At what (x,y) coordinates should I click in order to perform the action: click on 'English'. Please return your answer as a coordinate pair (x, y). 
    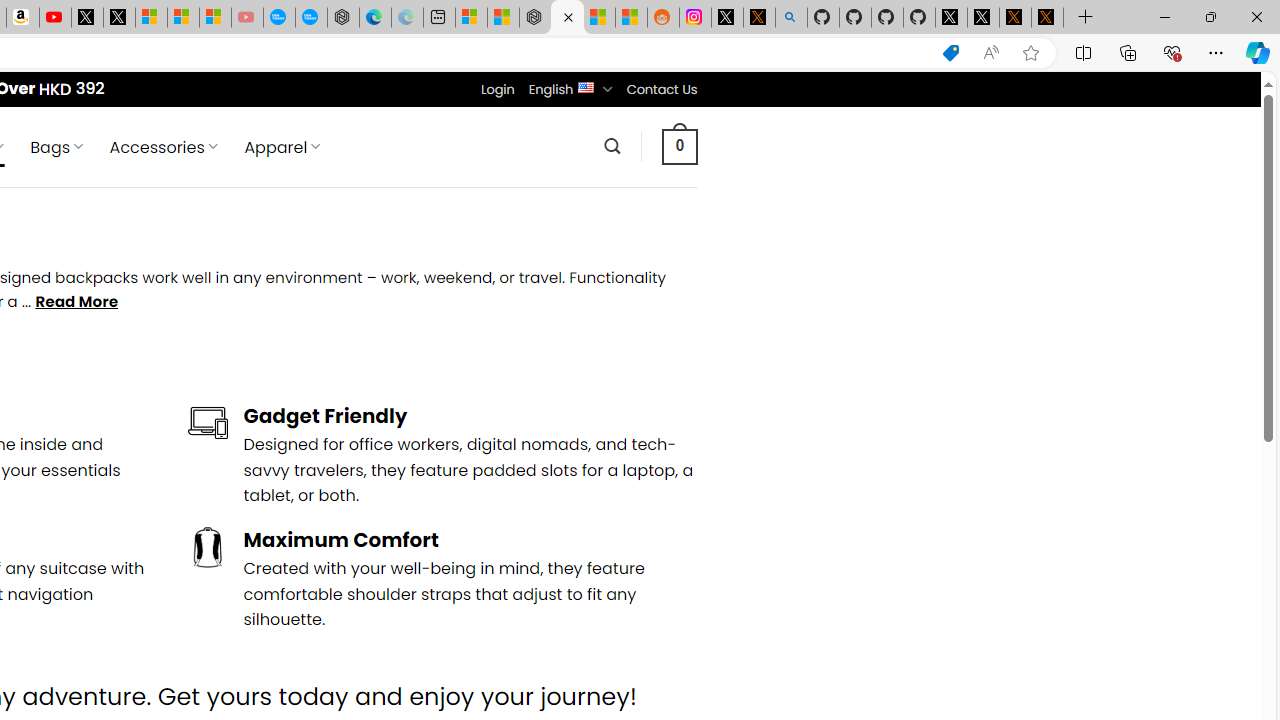
    Looking at the image, I should click on (585, 85).